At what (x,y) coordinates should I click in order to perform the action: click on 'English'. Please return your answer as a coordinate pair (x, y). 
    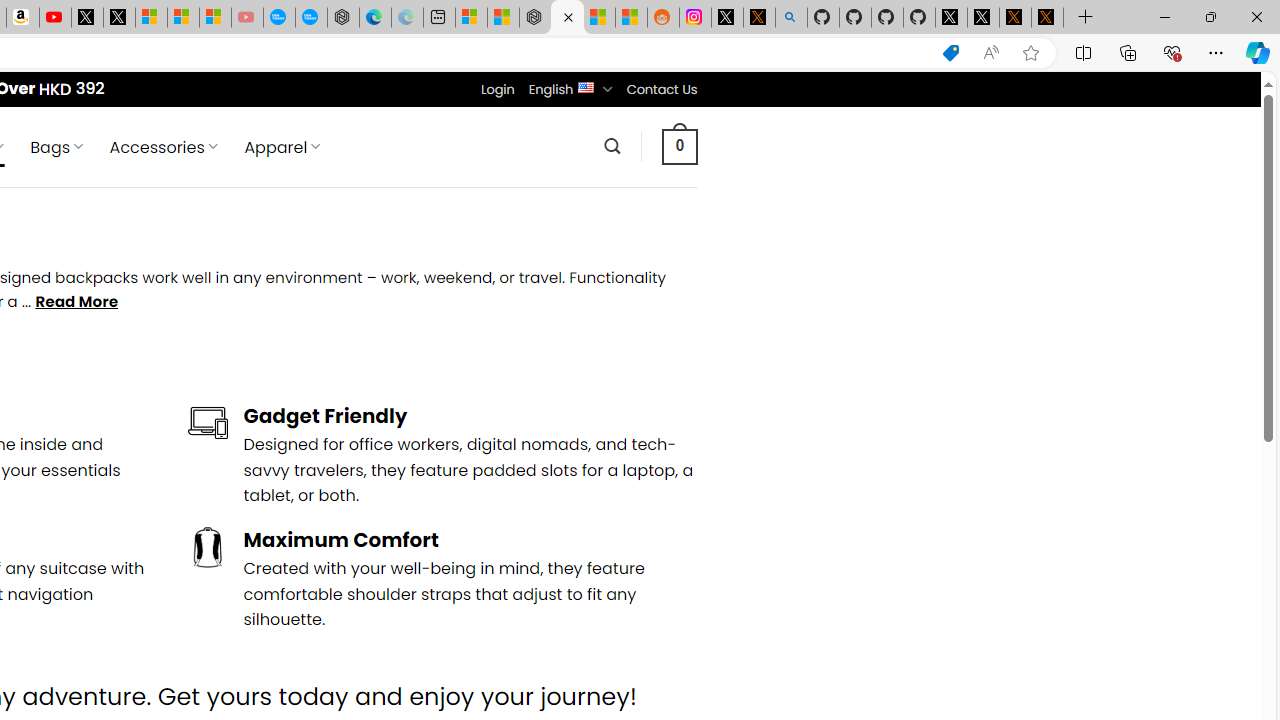
    Looking at the image, I should click on (585, 85).